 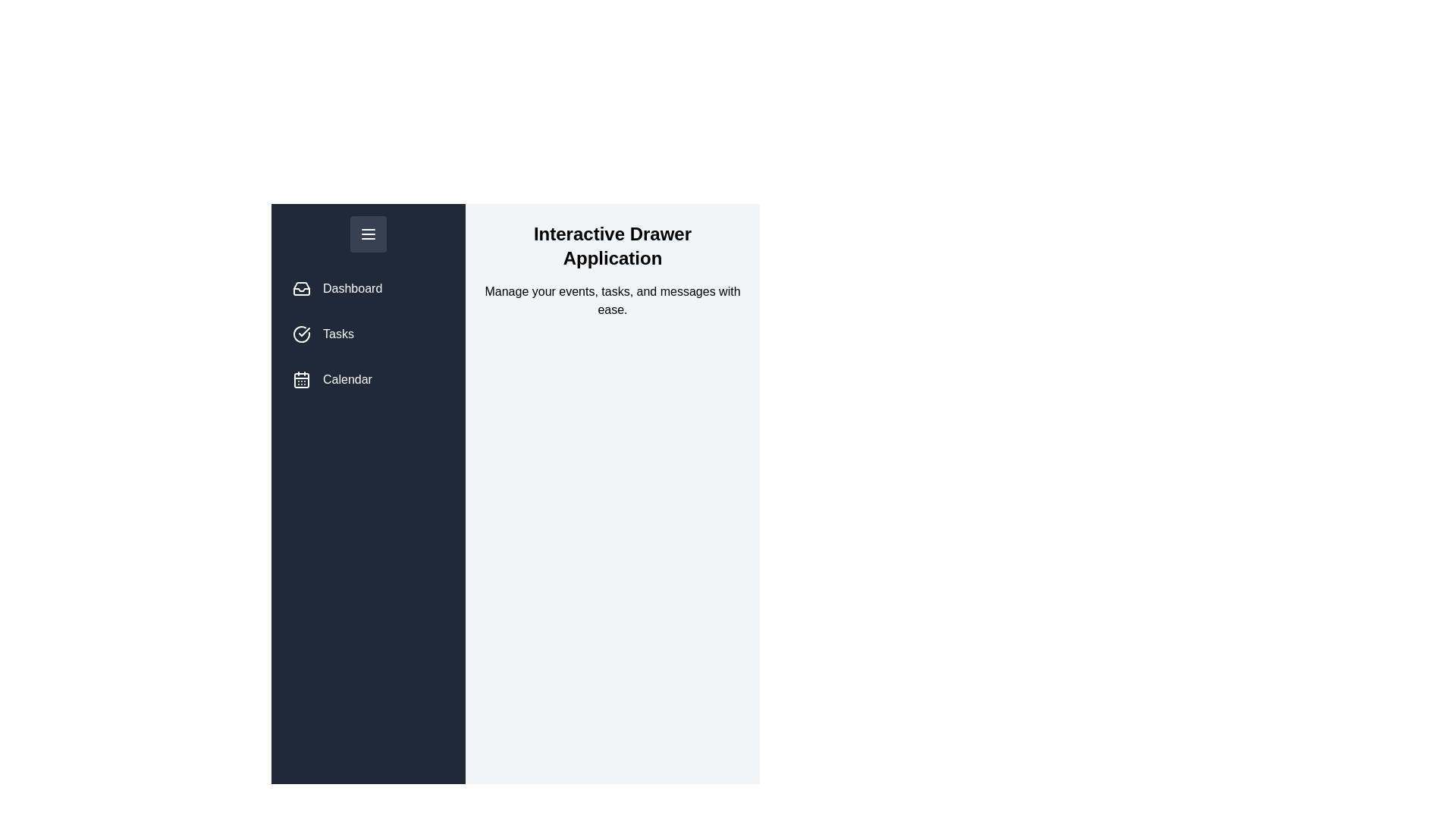 I want to click on text label displaying 'Calendar' in white font, located in the vertical sidebar menu as the third item, so click(x=347, y=379).